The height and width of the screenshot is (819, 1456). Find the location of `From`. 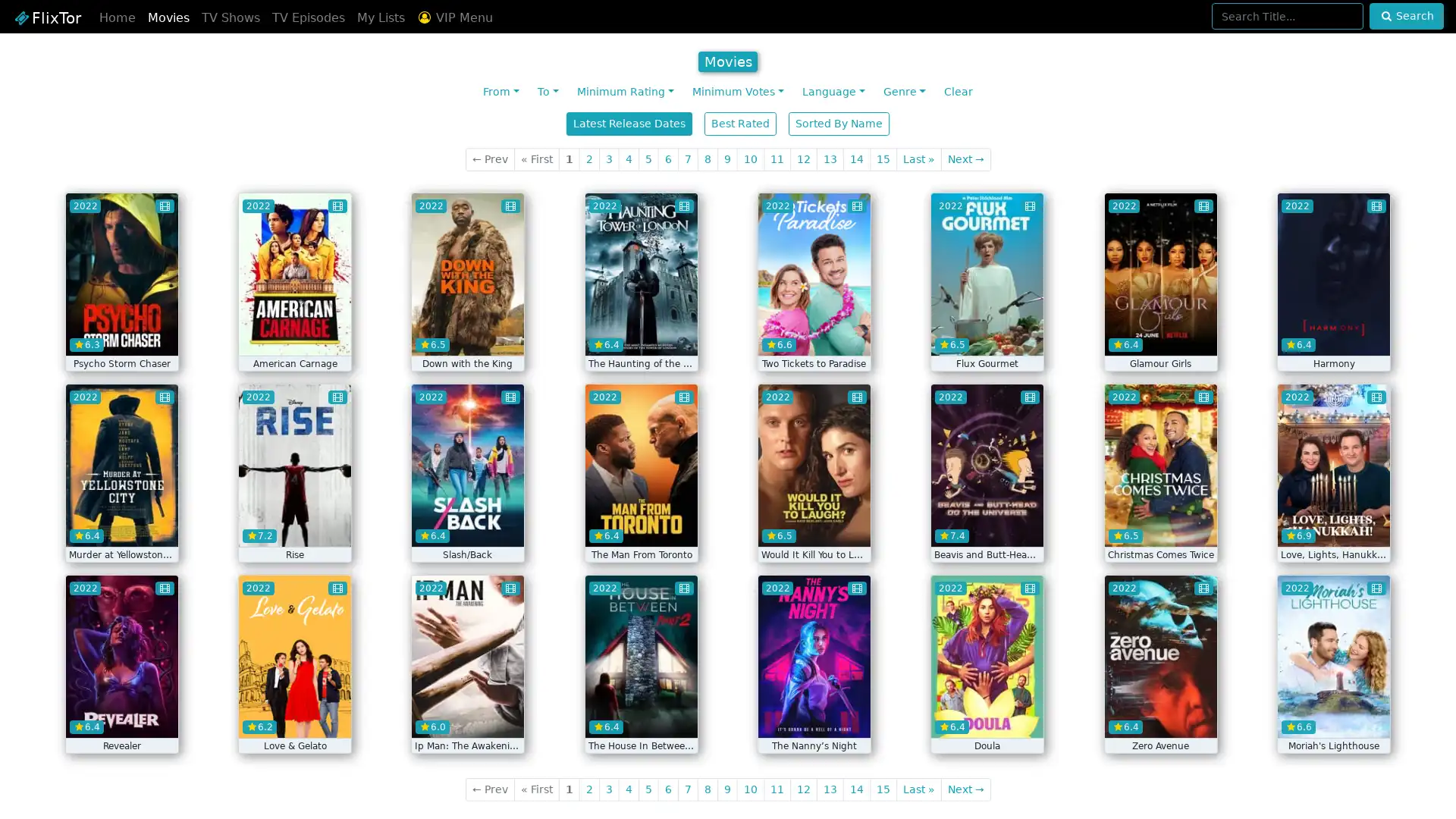

From is located at coordinates (501, 92).